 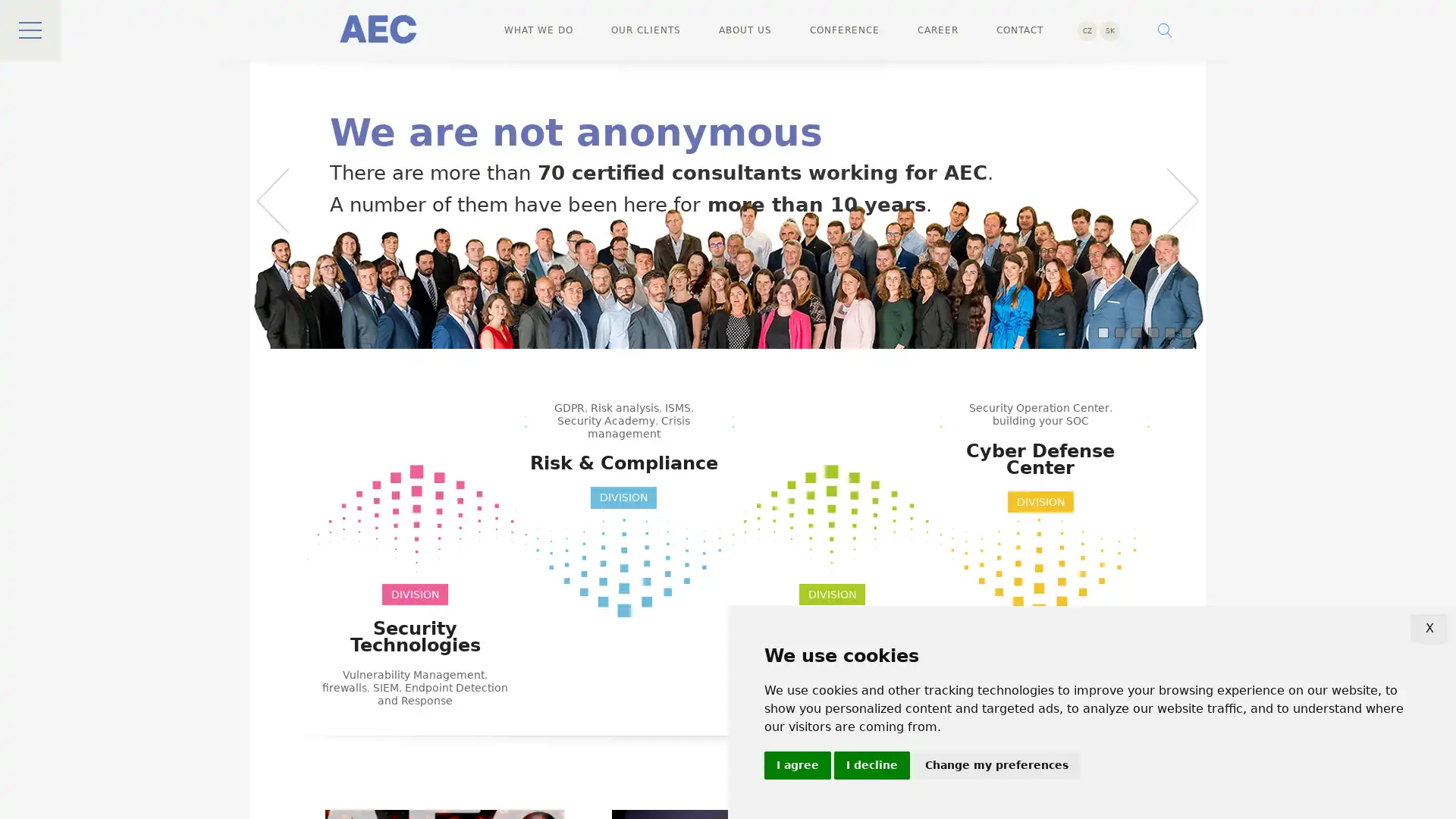 What do you see at coordinates (1429, 629) in the screenshot?
I see `X` at bounding box center [1429, 629].